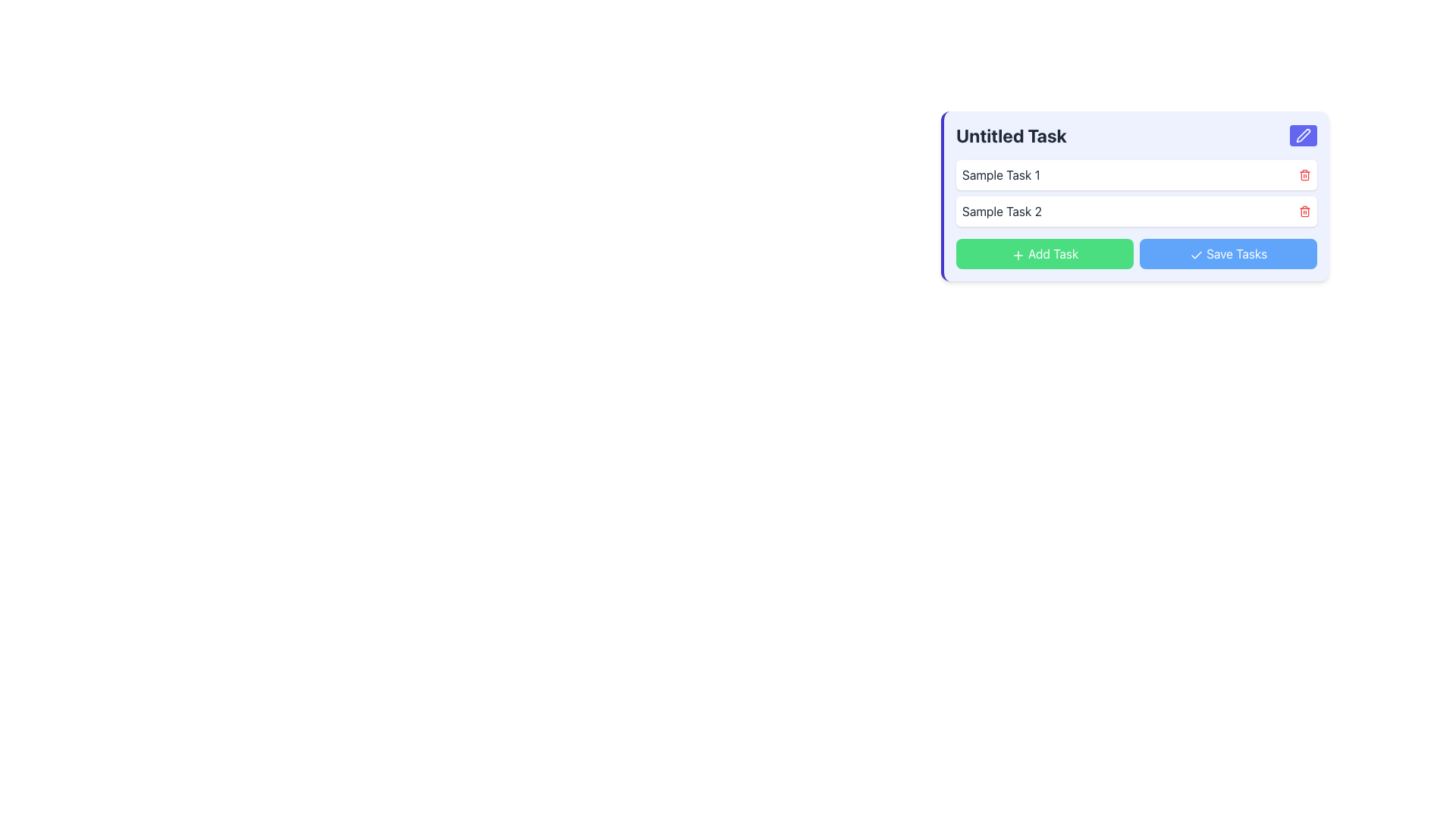  What do you see at coordinates (1136, 174) in the screenshot?
I see `the first list item labeled 'Sample Task 1'` at bounding box center [1136, 174].